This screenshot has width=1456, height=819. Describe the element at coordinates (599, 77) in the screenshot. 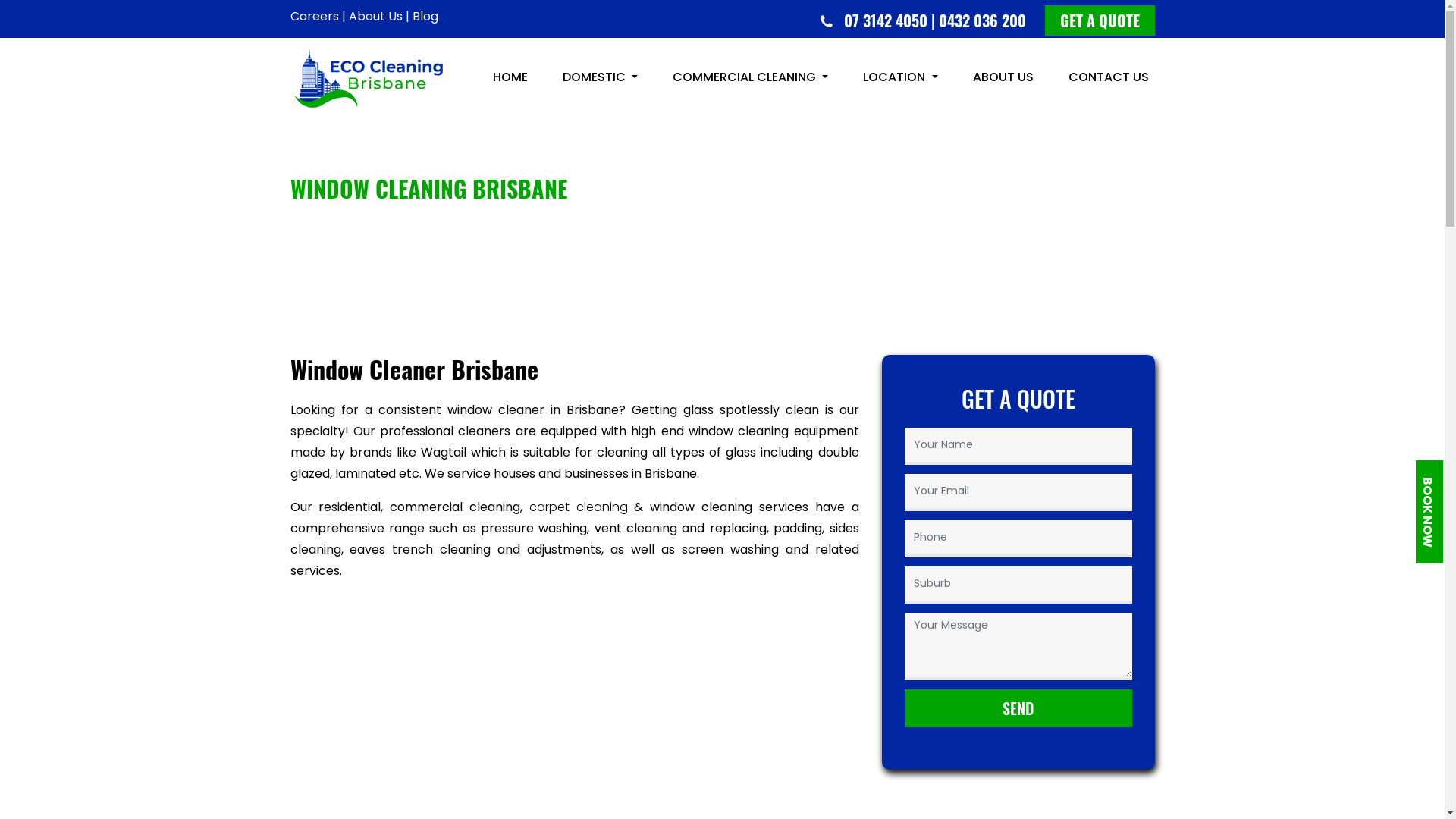

I see `'DOMESTIC'` at that location.